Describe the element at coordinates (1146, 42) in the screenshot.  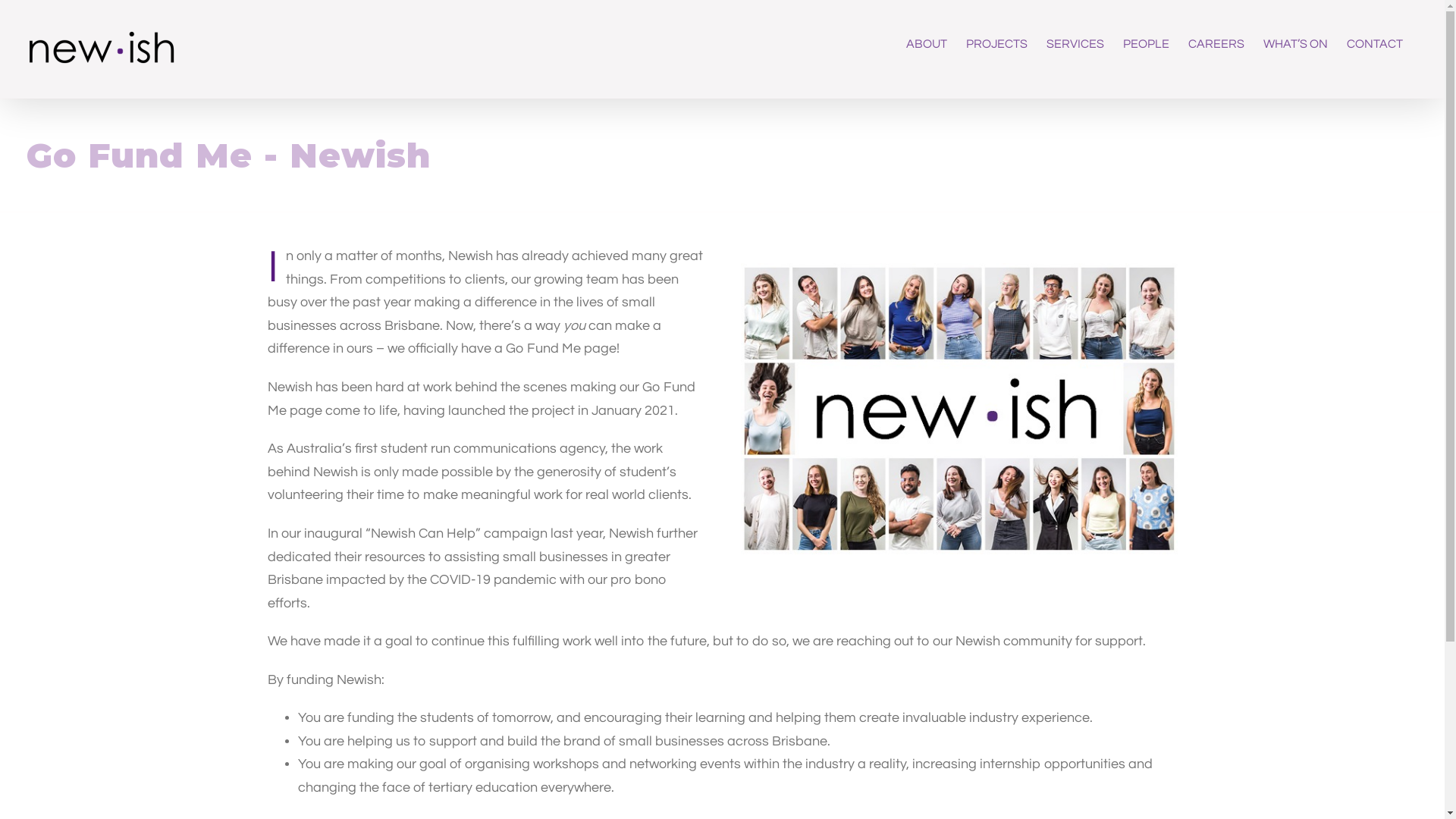
I see `'PEOPLE'` at that location.